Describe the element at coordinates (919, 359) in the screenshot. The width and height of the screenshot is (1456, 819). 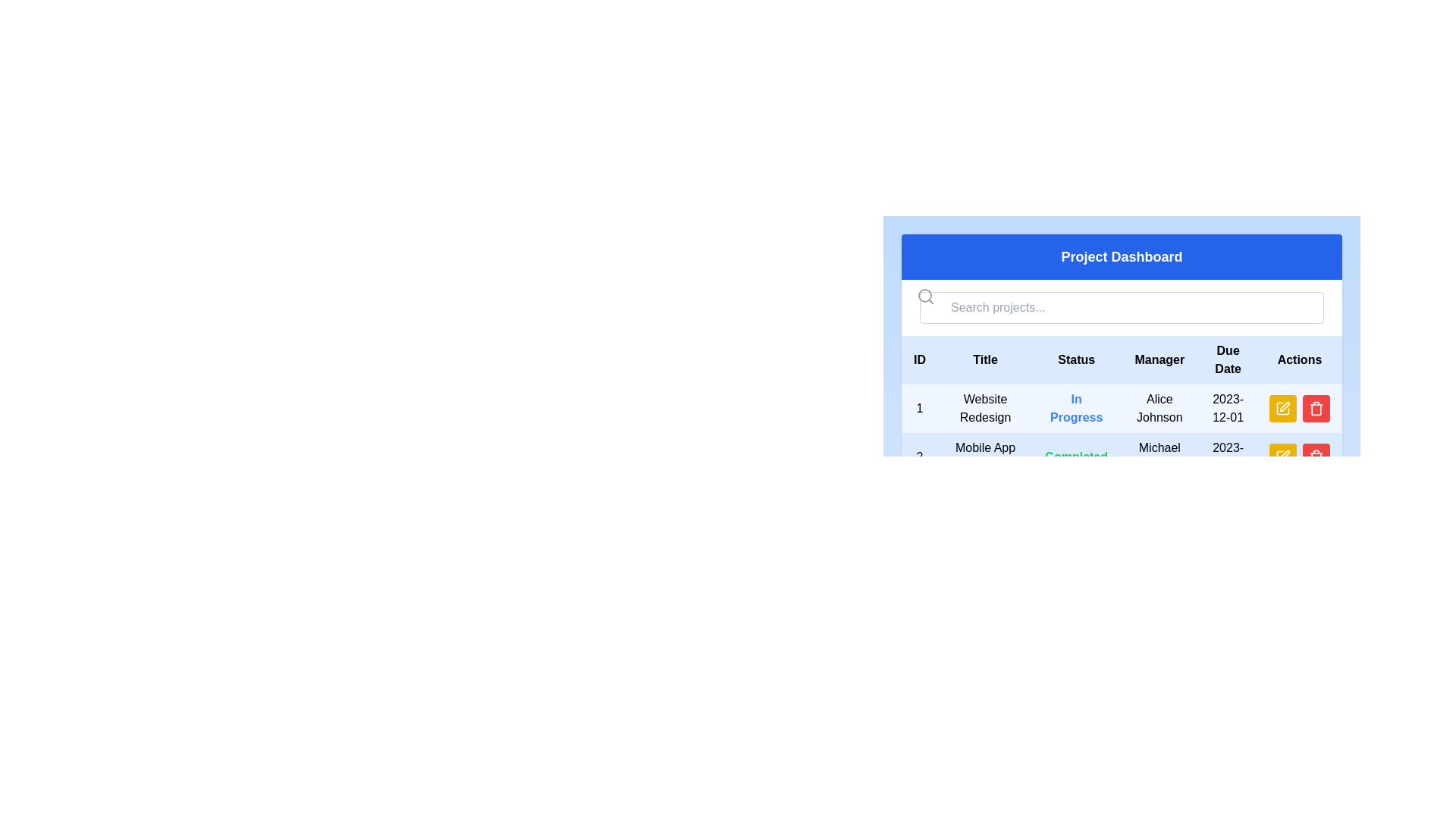
I see `the 'ID' text label in the first column header of the table, which has a light blue background and bold styling` at that location.